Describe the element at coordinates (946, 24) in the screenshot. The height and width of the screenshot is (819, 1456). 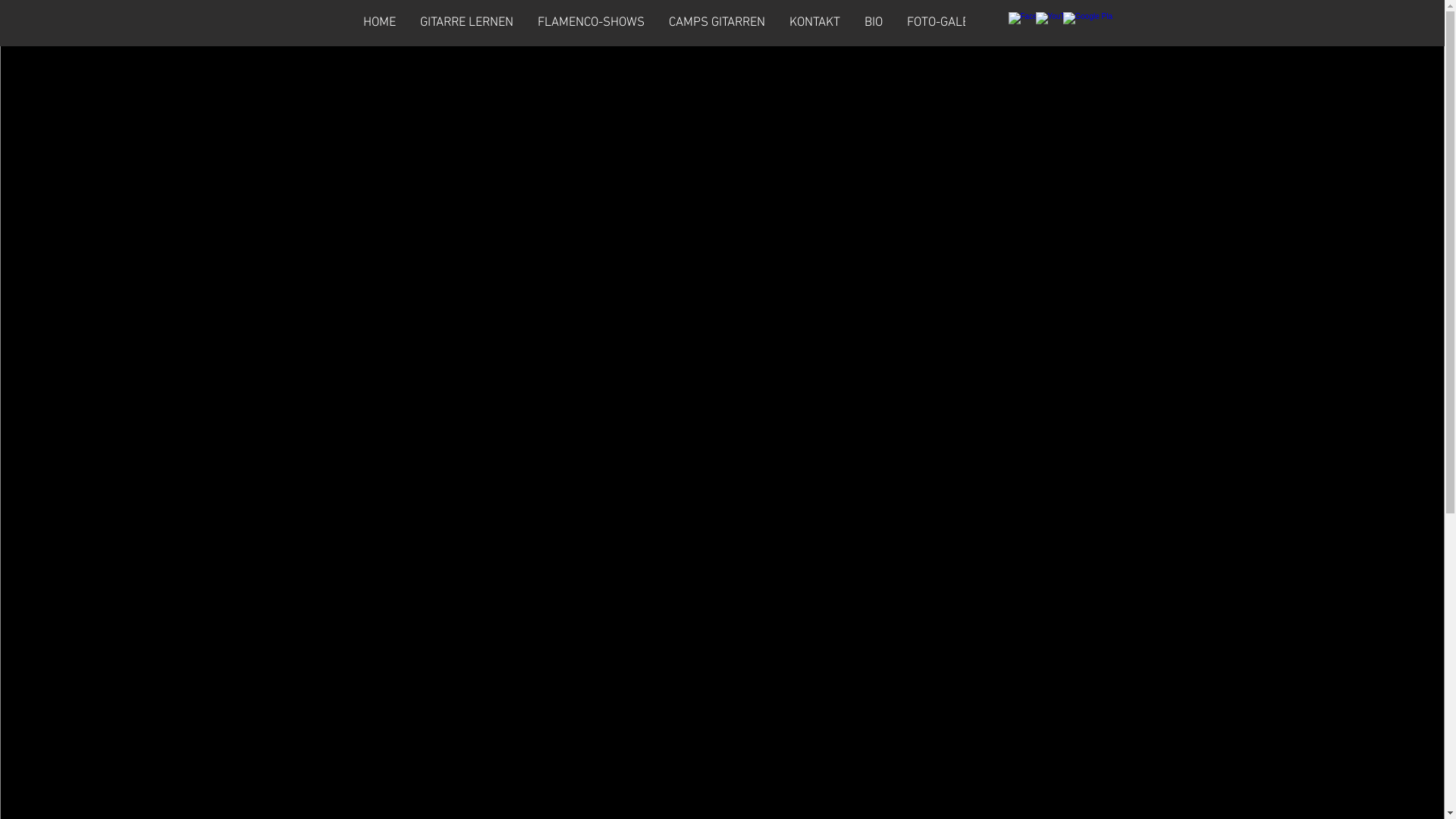
I see `'FOTO-GALERIE'` at that location.